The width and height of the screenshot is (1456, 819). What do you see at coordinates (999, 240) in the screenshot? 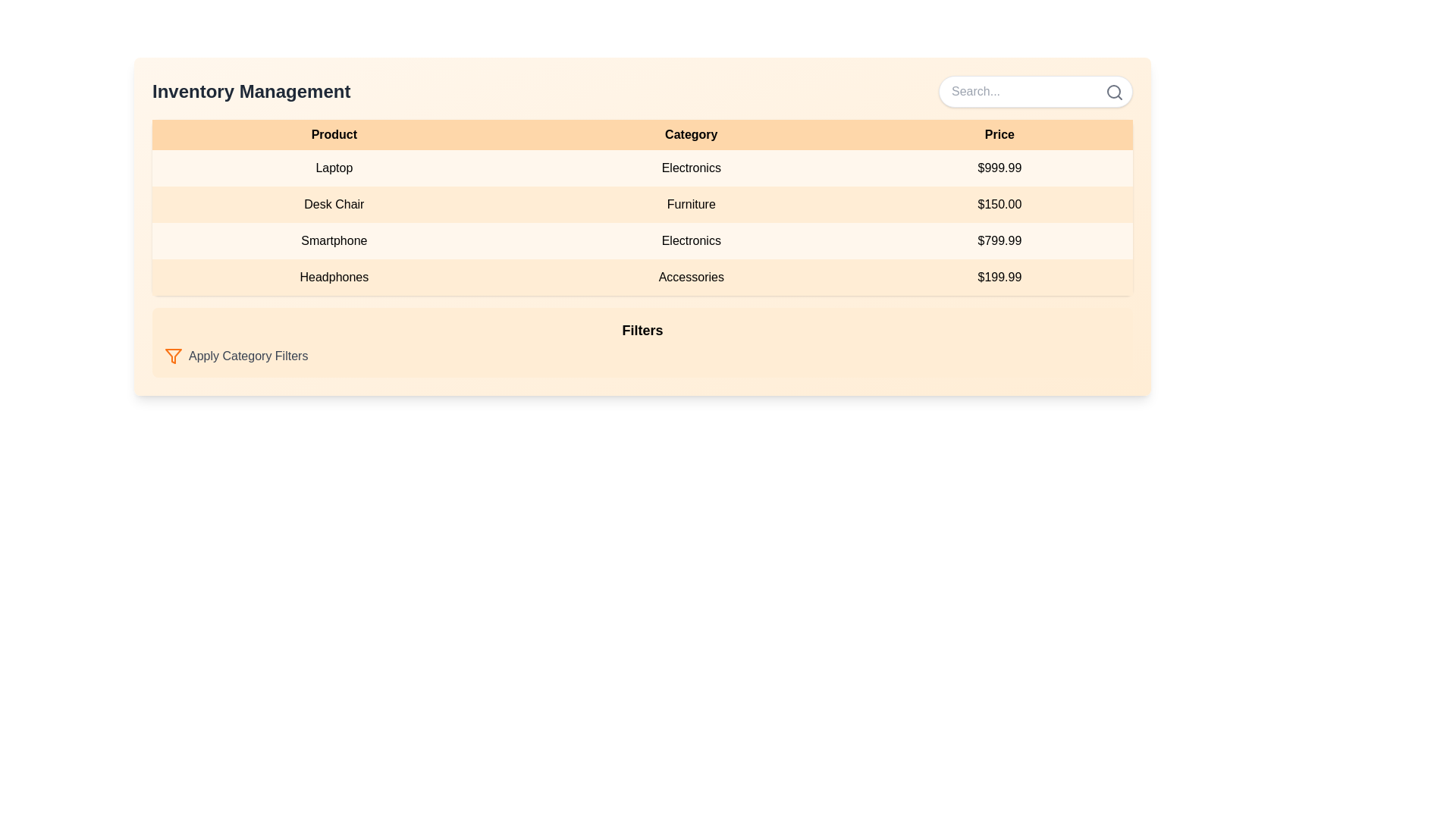
I see `the Static text element displaying the price '$799.99' which is located in the rightmost column of the table under the heading 'Price' in the third row corresponding to the 'Smartphone' product` at bounding box center [999, 240].